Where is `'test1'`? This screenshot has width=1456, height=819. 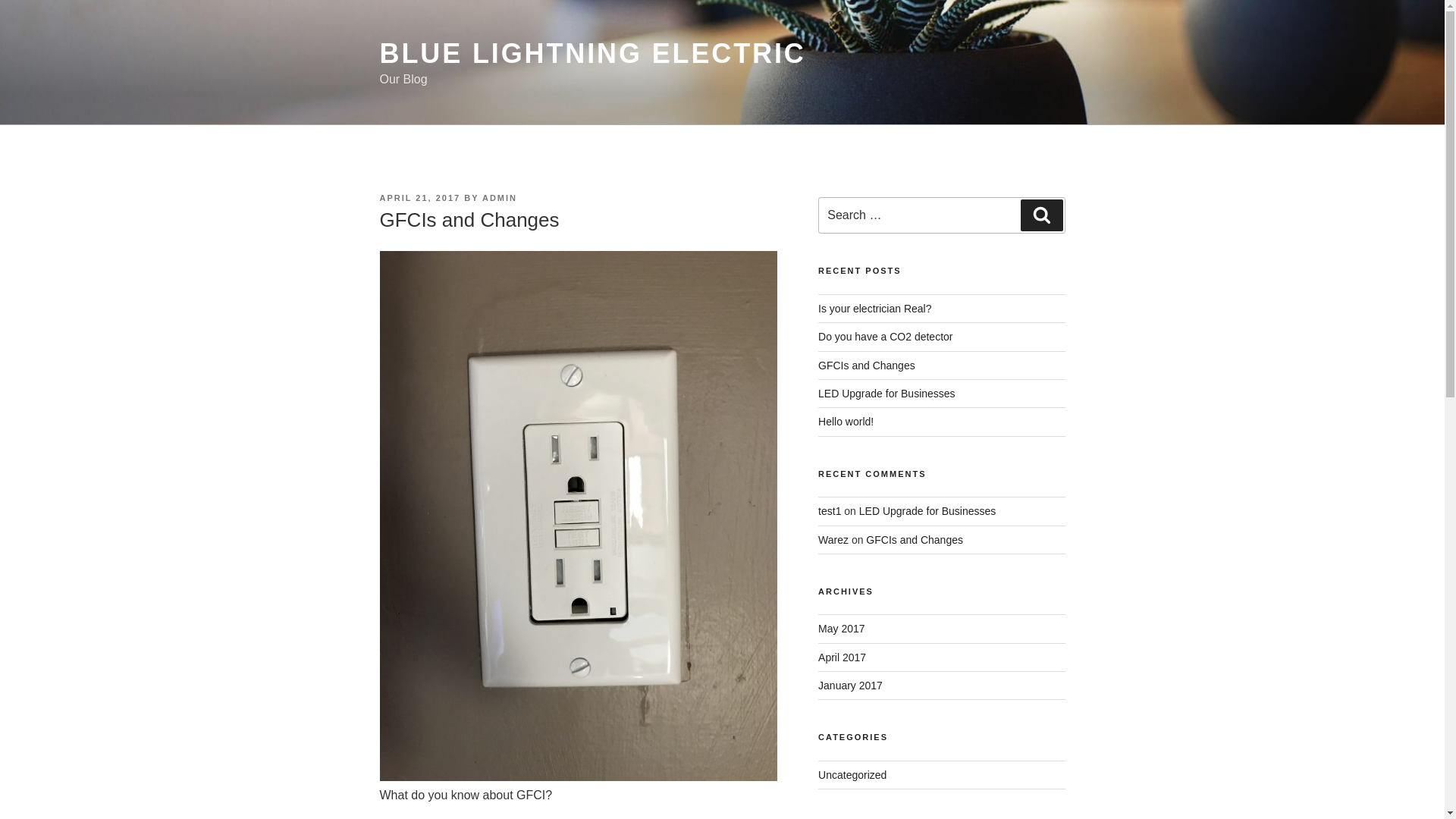
'test1' is located at coordinates (829, 511).